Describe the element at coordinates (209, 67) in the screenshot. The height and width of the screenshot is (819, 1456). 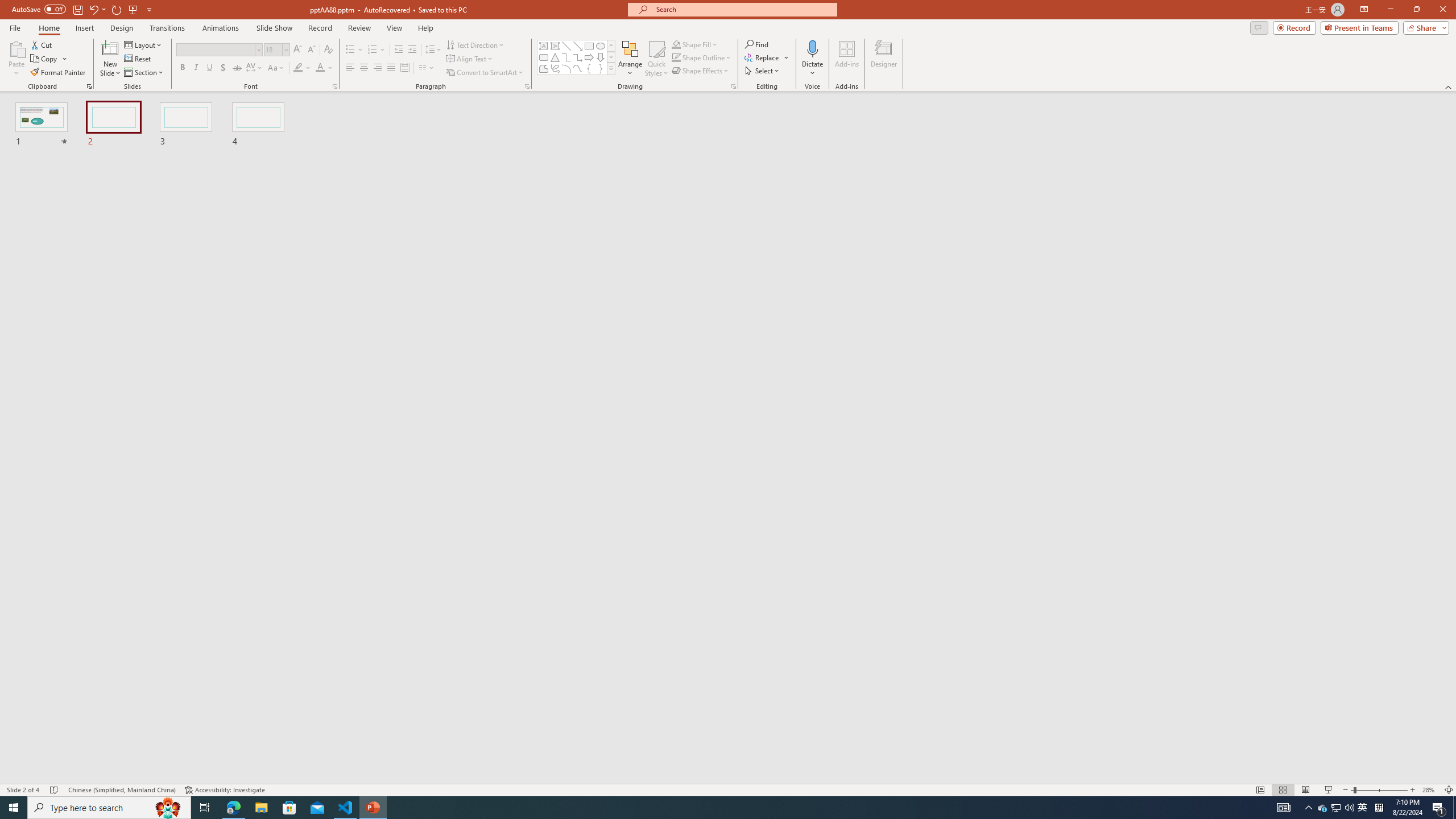
I see `'Underline'` at that location.